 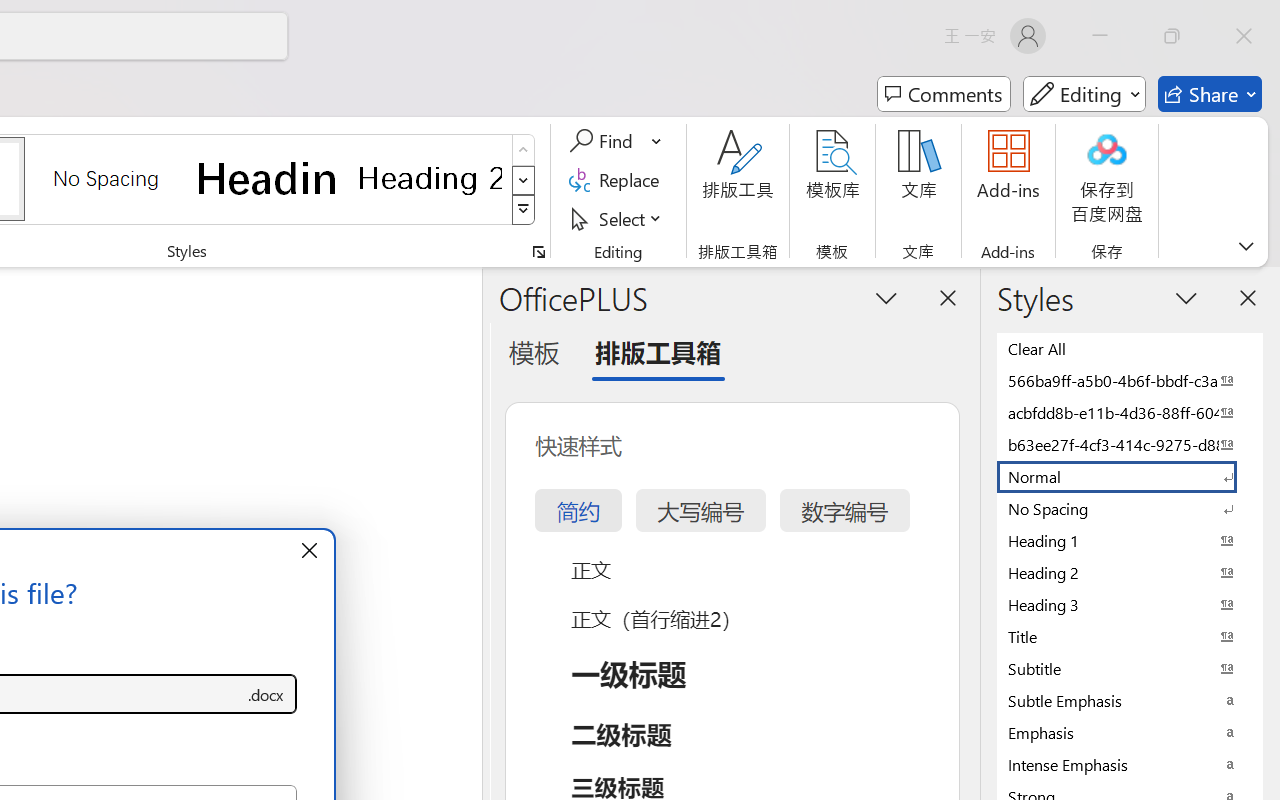 What do you see at coordinates (1130, 604) in the screenshot?
I see `'Heading 3'` at bounding box center [1130, 604].